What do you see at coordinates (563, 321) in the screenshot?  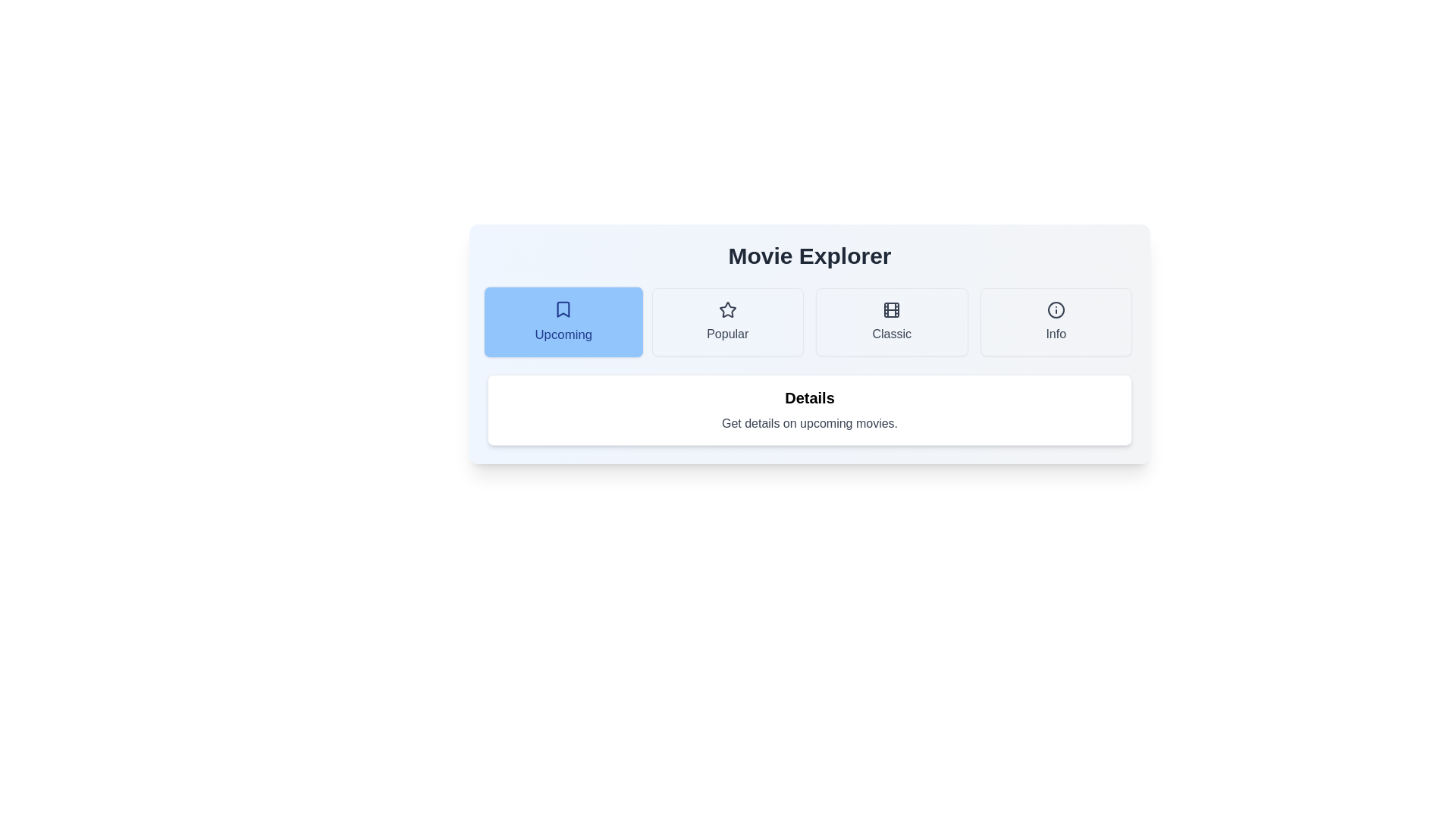 I see `the Clickable card located in the first column under the 'Movie Explorer' heading for keyboard navigation` at bounding box center [563, 321].